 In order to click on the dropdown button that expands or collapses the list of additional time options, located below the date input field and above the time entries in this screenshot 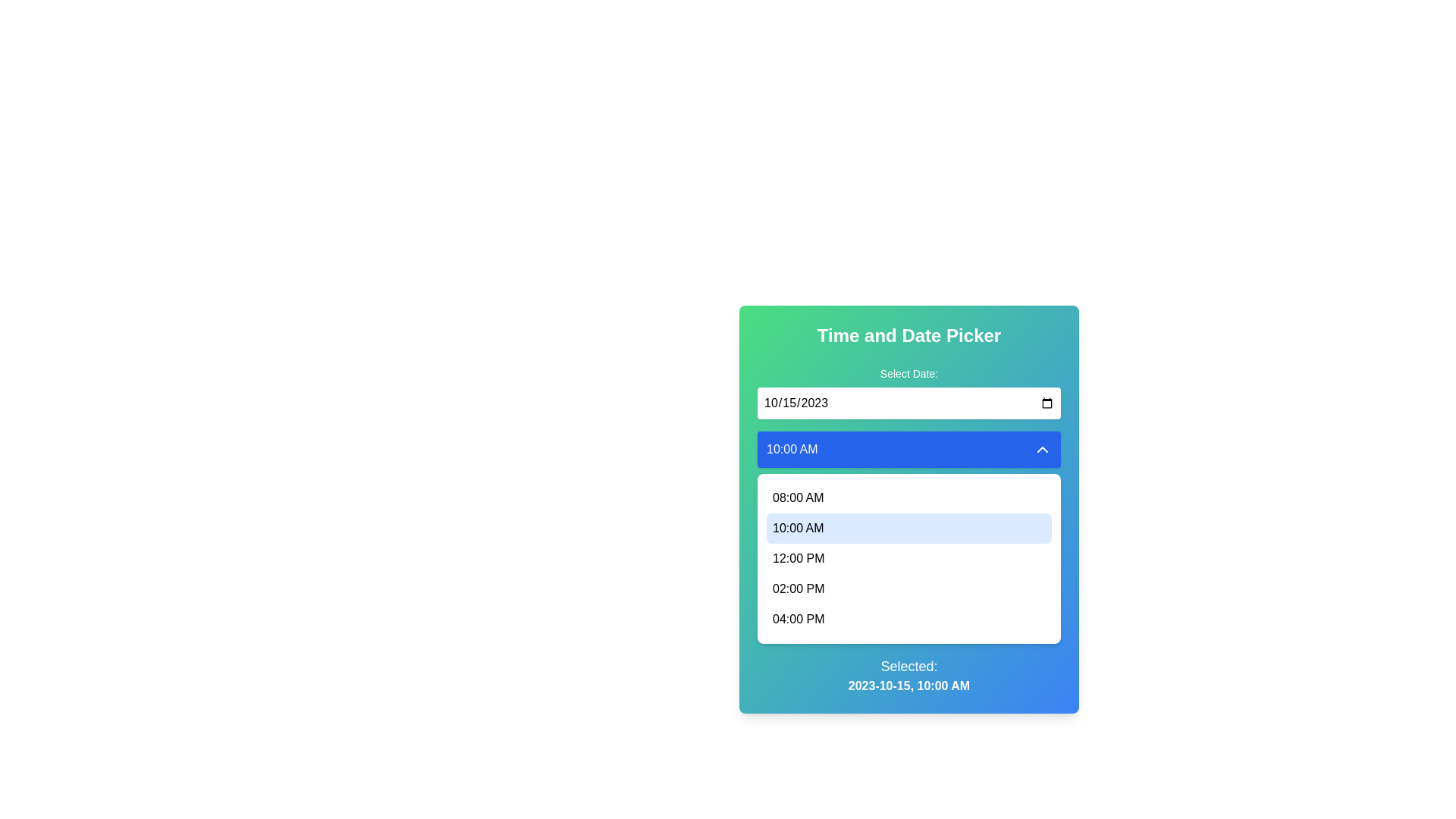, I will do `click(909, 449)`.